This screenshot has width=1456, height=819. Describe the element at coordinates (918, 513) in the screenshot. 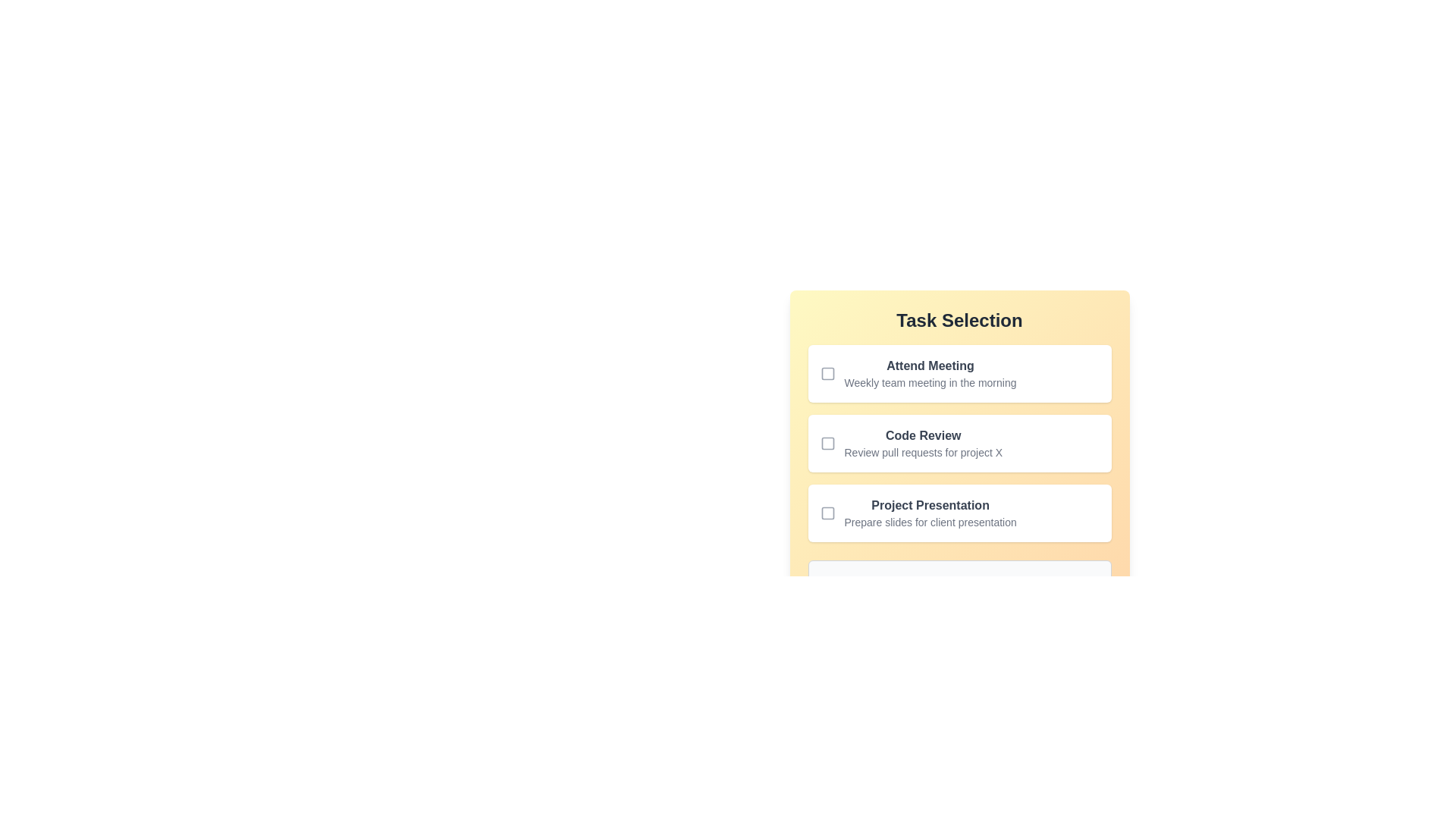

I see `the third interactive checkbox list item representing a selectable task option` at that location.